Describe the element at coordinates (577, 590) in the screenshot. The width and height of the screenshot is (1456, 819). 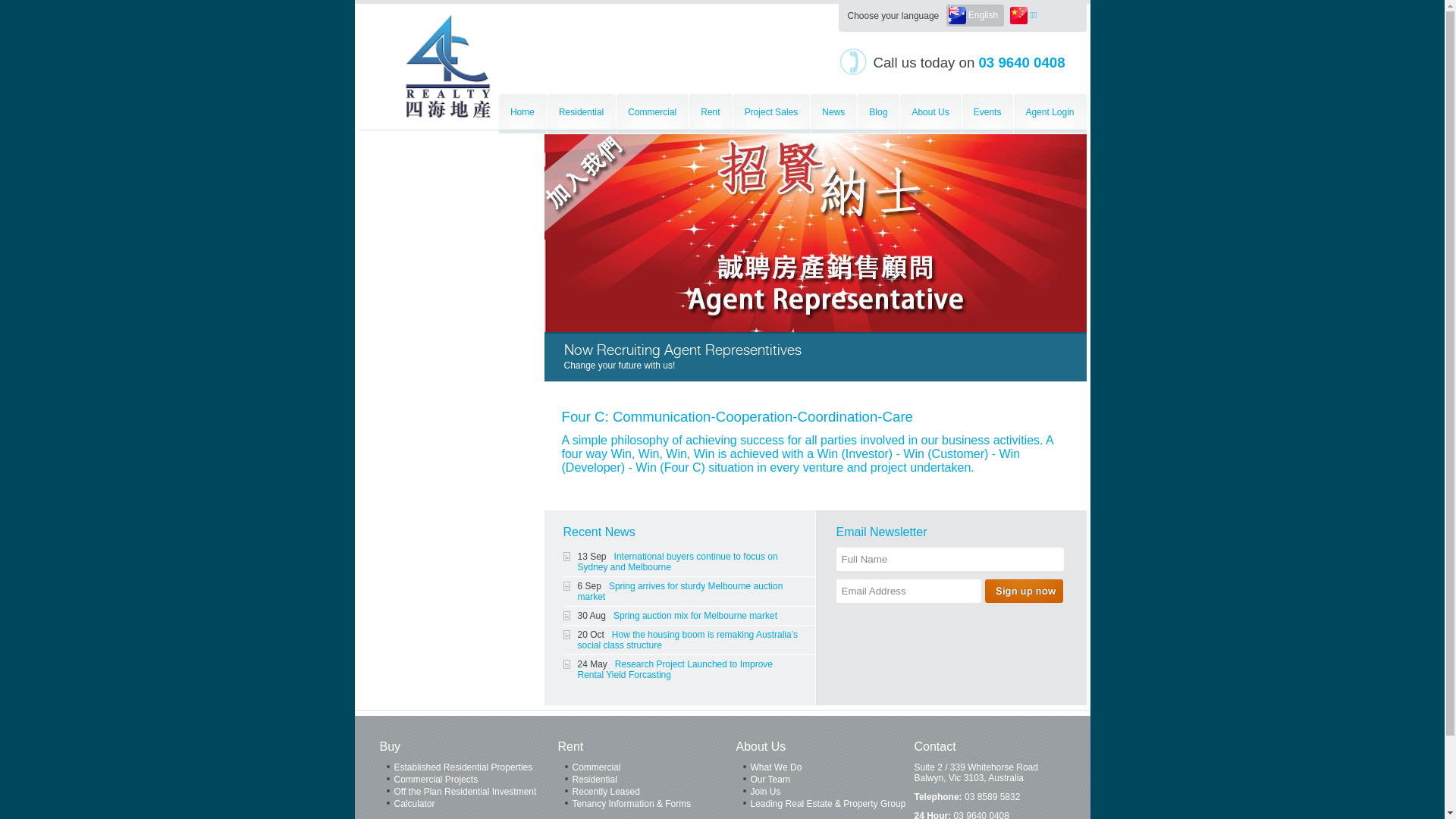
I see `'Spring arrives for sturdy Melbourne auction market'` at that location.